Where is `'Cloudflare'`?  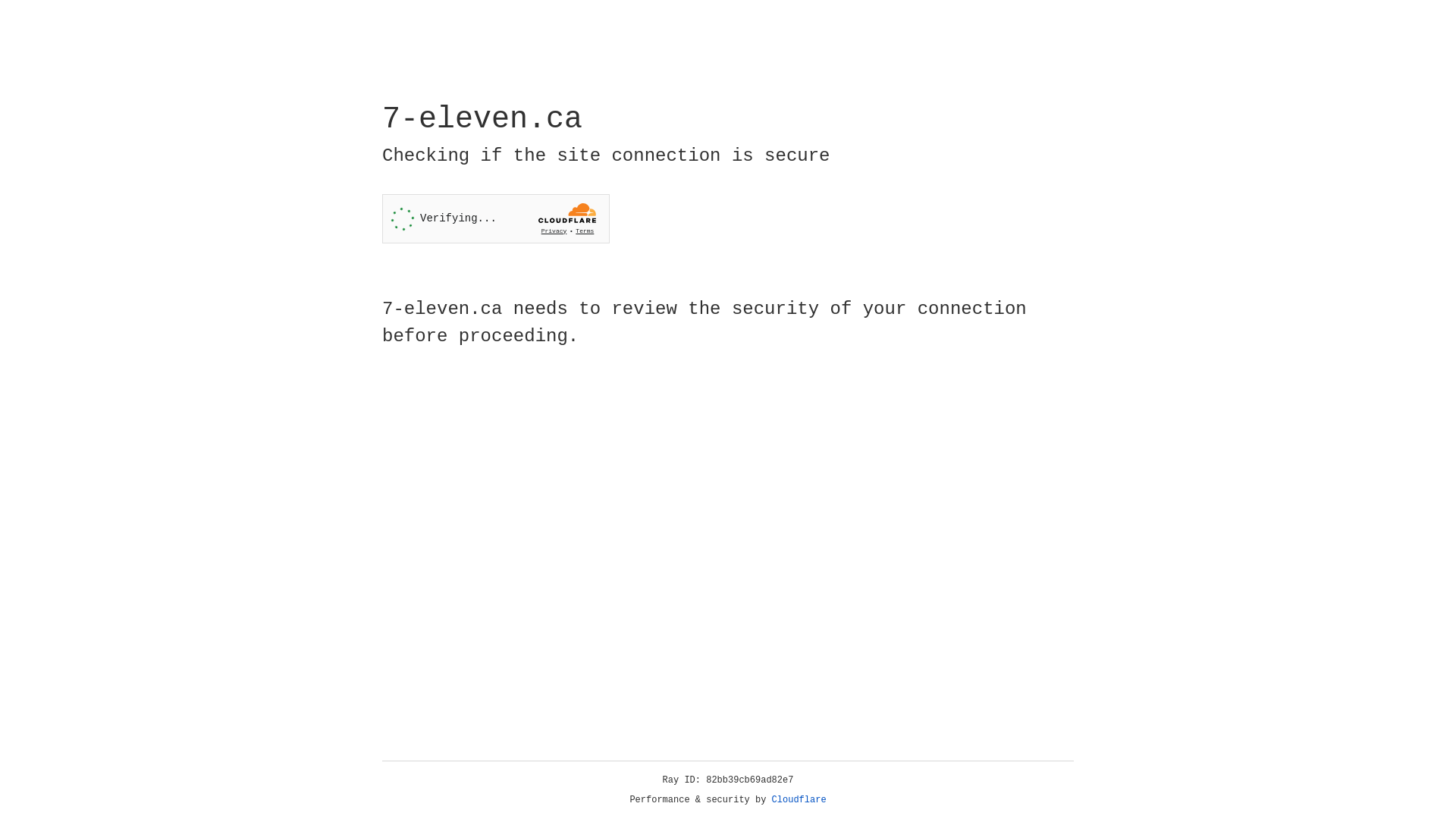 'Cloudflare' is located at coordinates (771, 799).